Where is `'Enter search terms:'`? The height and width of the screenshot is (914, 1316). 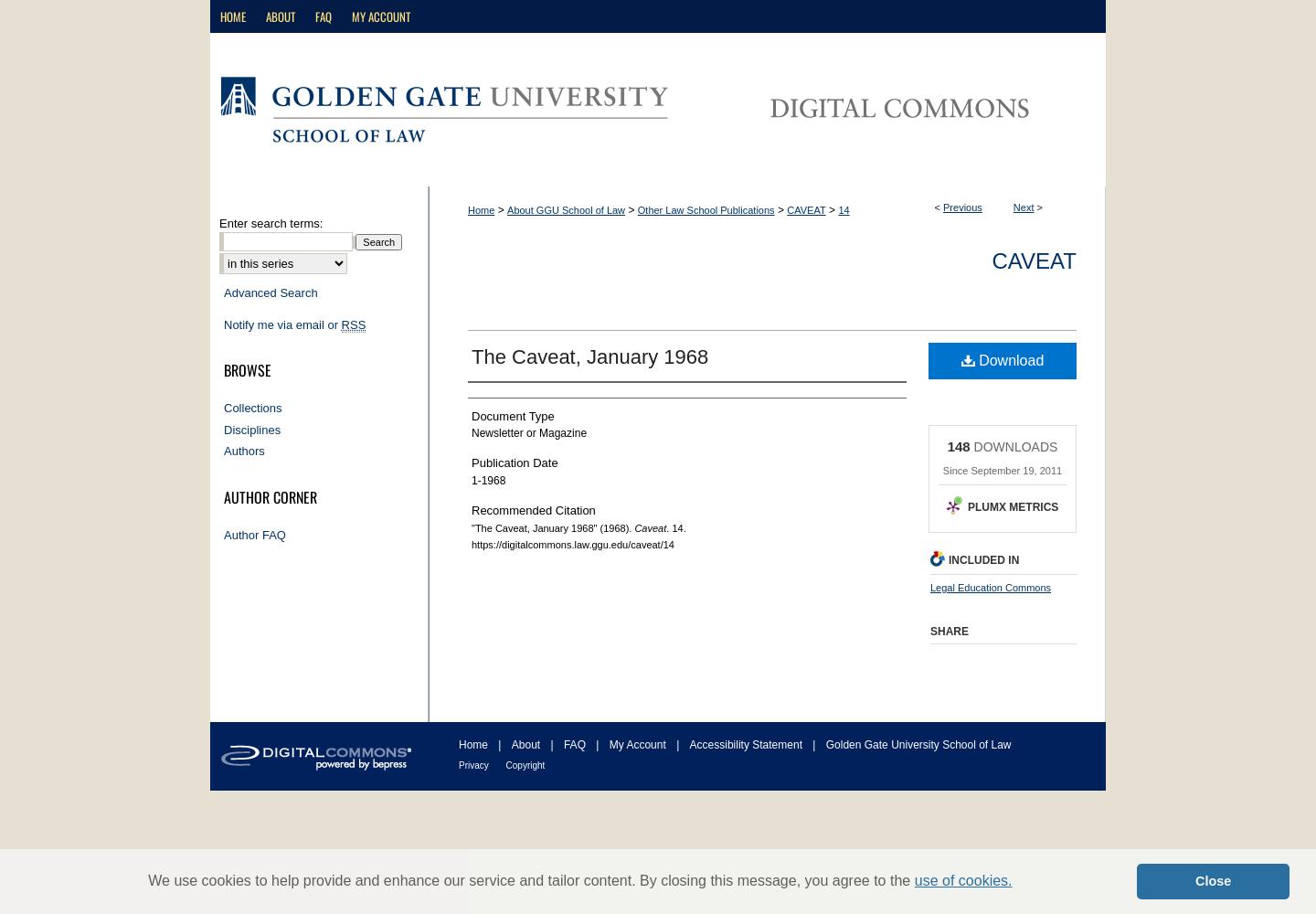
'Enter search terms:' is located at coordinates (270, 222).